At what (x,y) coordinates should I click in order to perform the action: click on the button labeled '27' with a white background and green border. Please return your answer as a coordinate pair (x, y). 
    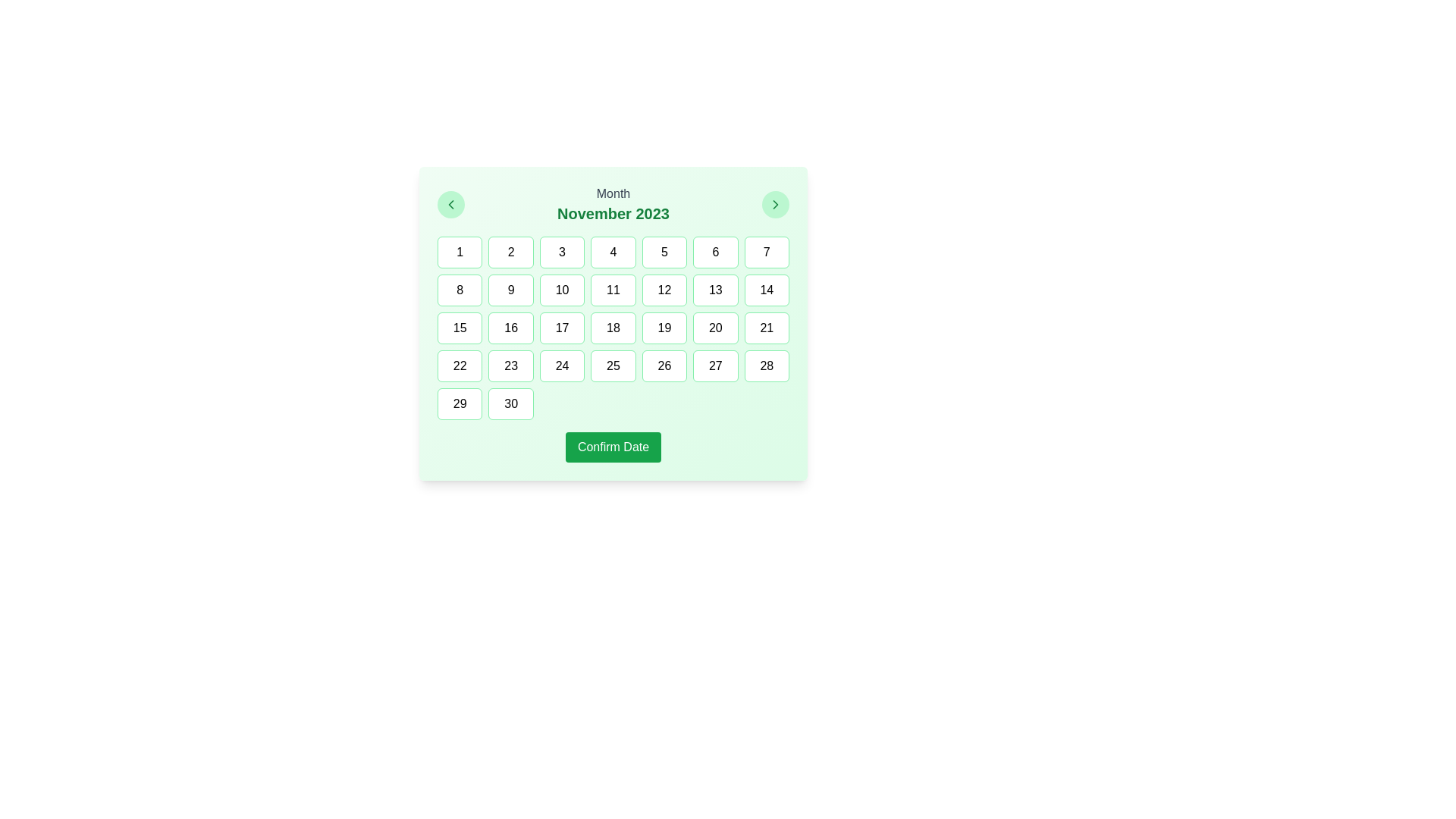
    Looking at the image, I should click on (714, 366).